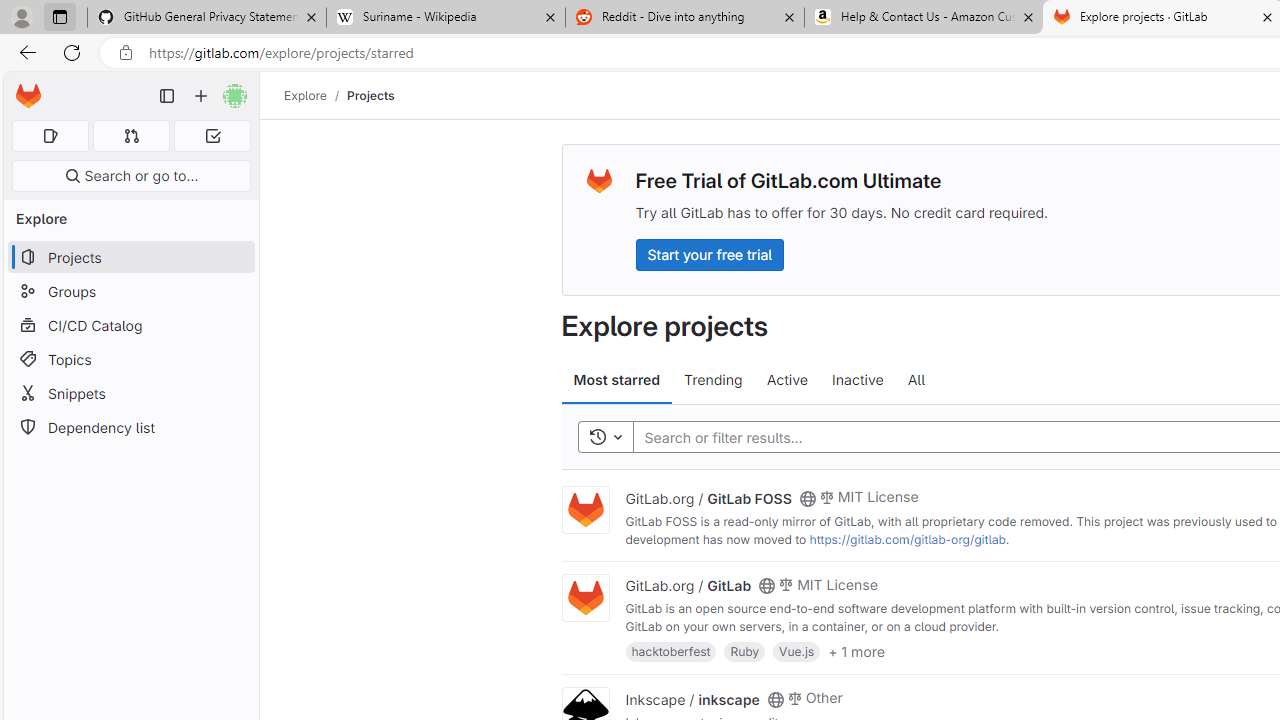 Image resolution: width=1280 pixels, height=720 pixels. I want to click on 'https://gitlab.com/gitlab-org/gitlab', so click(906, 538).